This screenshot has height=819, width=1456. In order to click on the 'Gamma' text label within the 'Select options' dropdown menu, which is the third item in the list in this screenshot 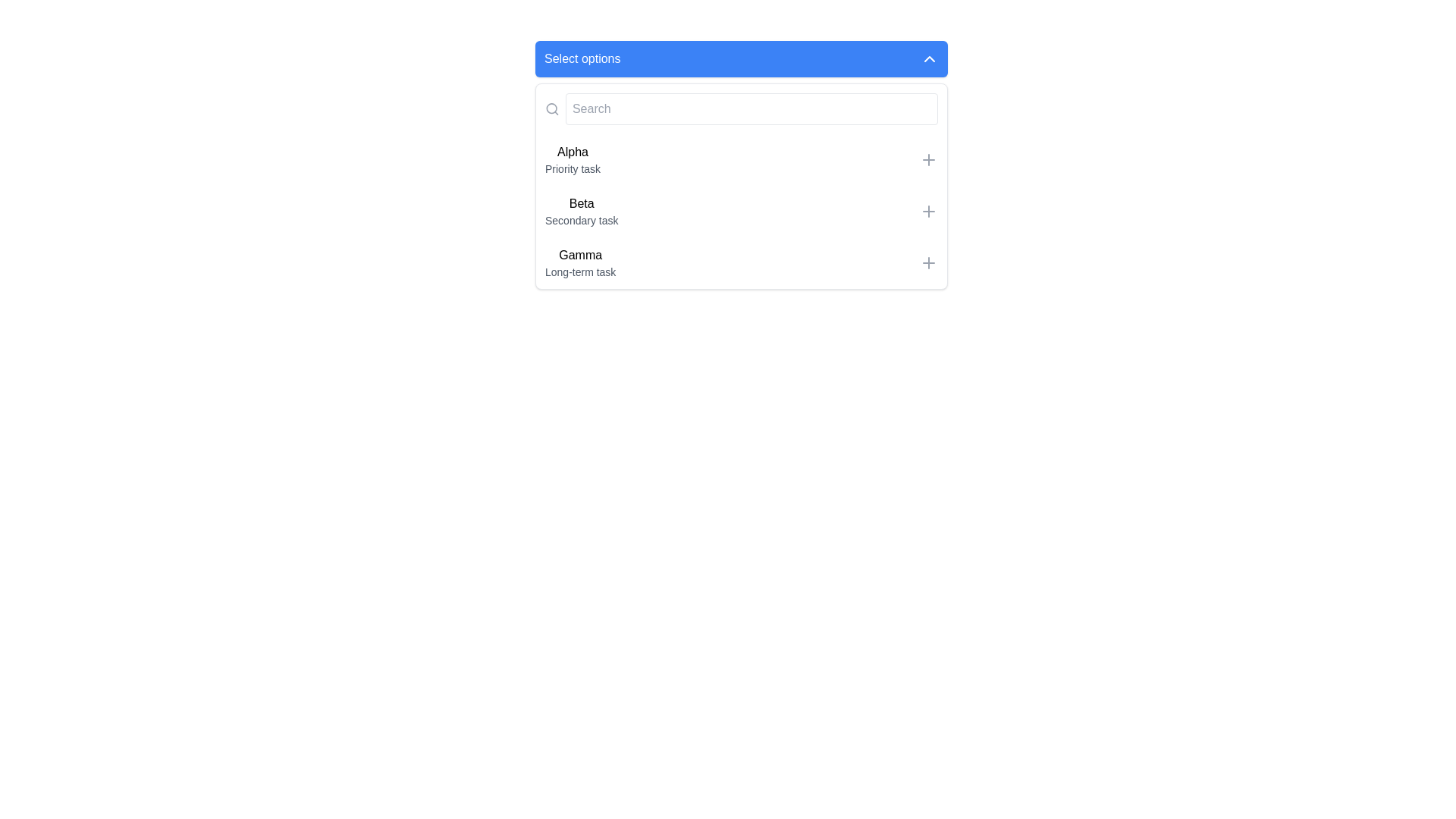, I will do `click(579, 254)`.